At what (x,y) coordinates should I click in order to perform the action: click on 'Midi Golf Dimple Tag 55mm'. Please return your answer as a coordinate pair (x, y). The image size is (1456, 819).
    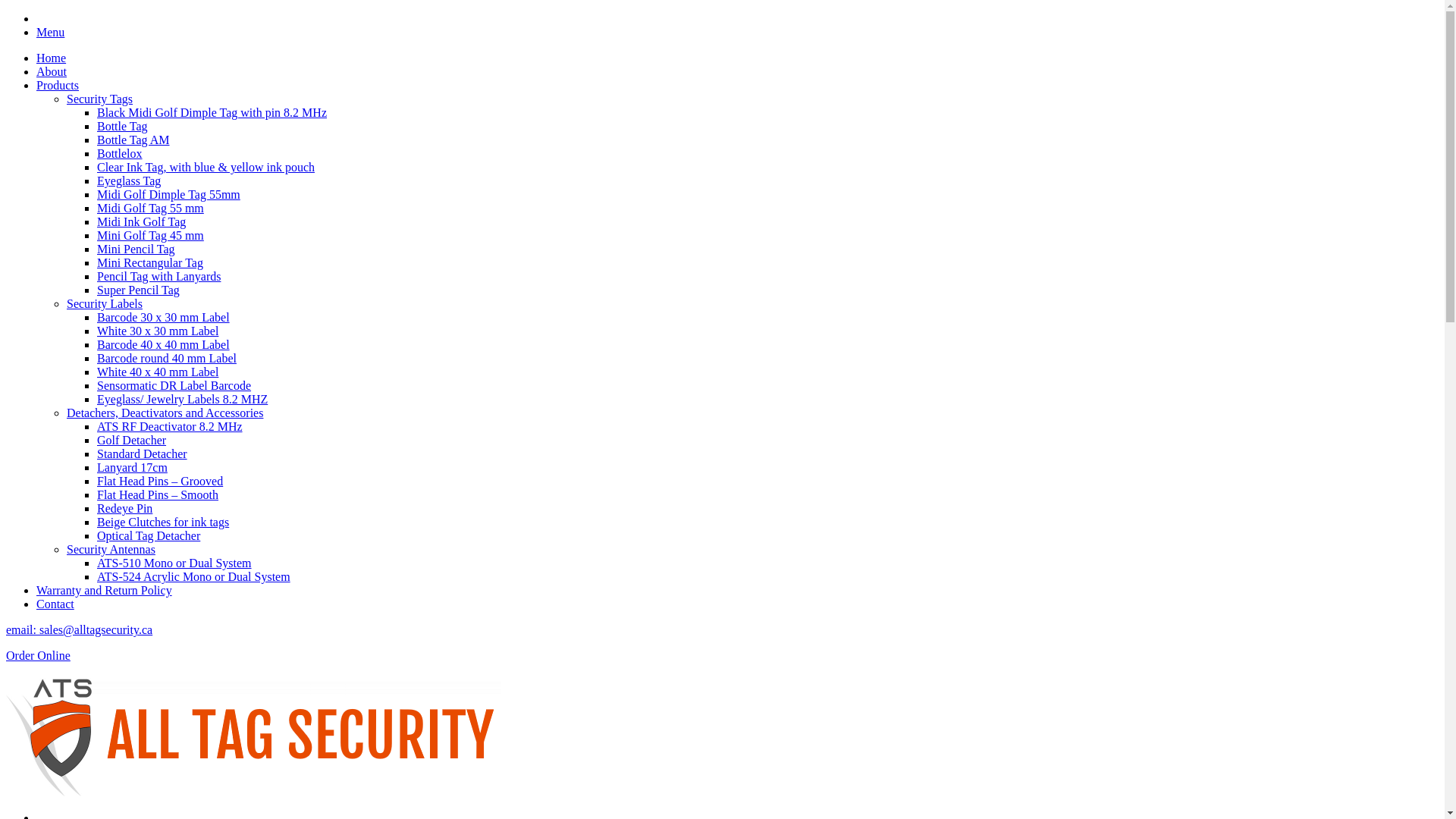
    Looking at the image, I should click on (168, 193).